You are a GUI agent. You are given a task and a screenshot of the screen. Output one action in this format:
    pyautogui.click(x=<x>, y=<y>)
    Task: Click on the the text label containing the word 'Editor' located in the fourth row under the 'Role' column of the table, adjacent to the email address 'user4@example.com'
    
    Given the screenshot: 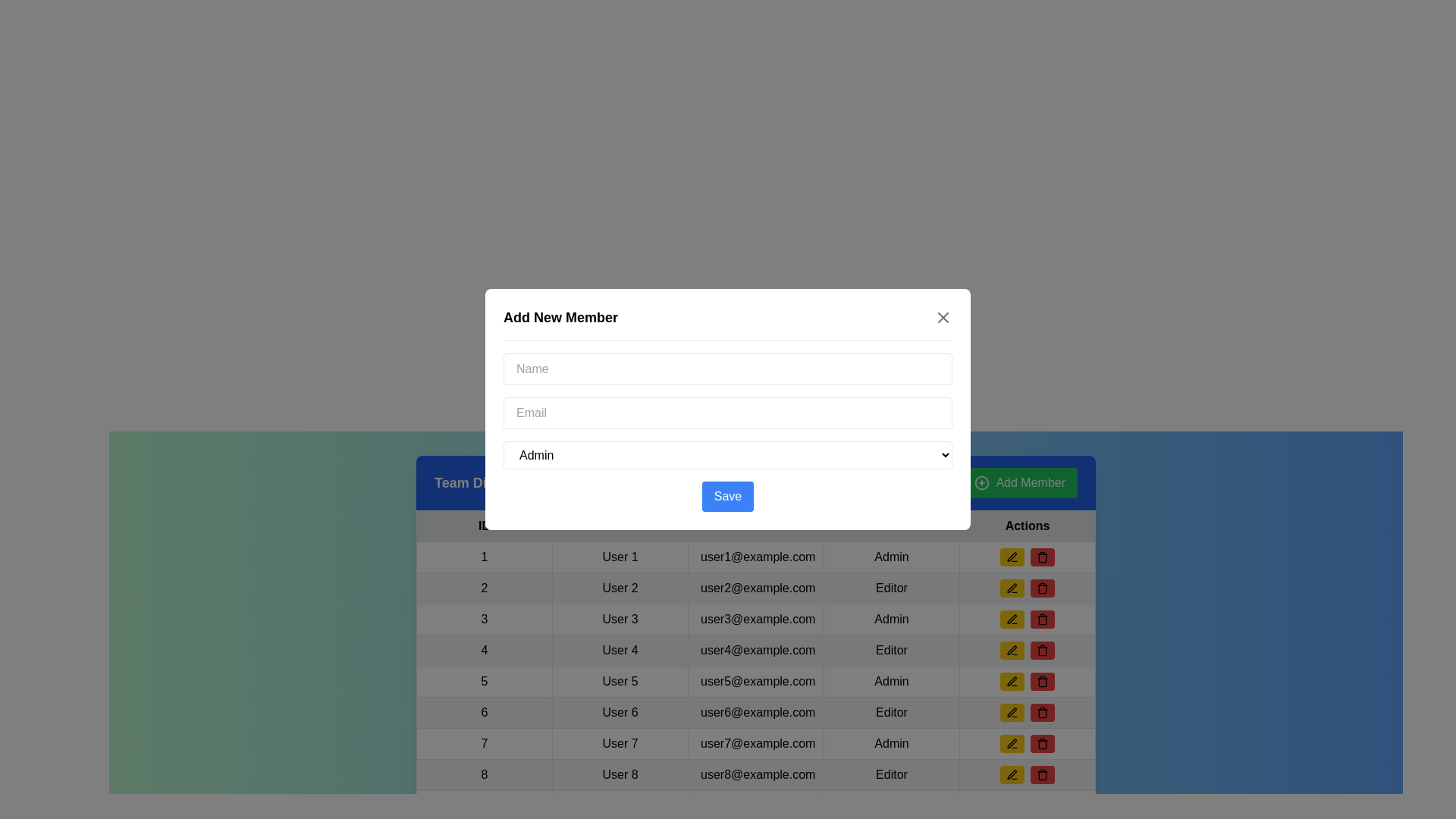 What is the action you would take?
    pyautogui.click(x=892, y=649)
    